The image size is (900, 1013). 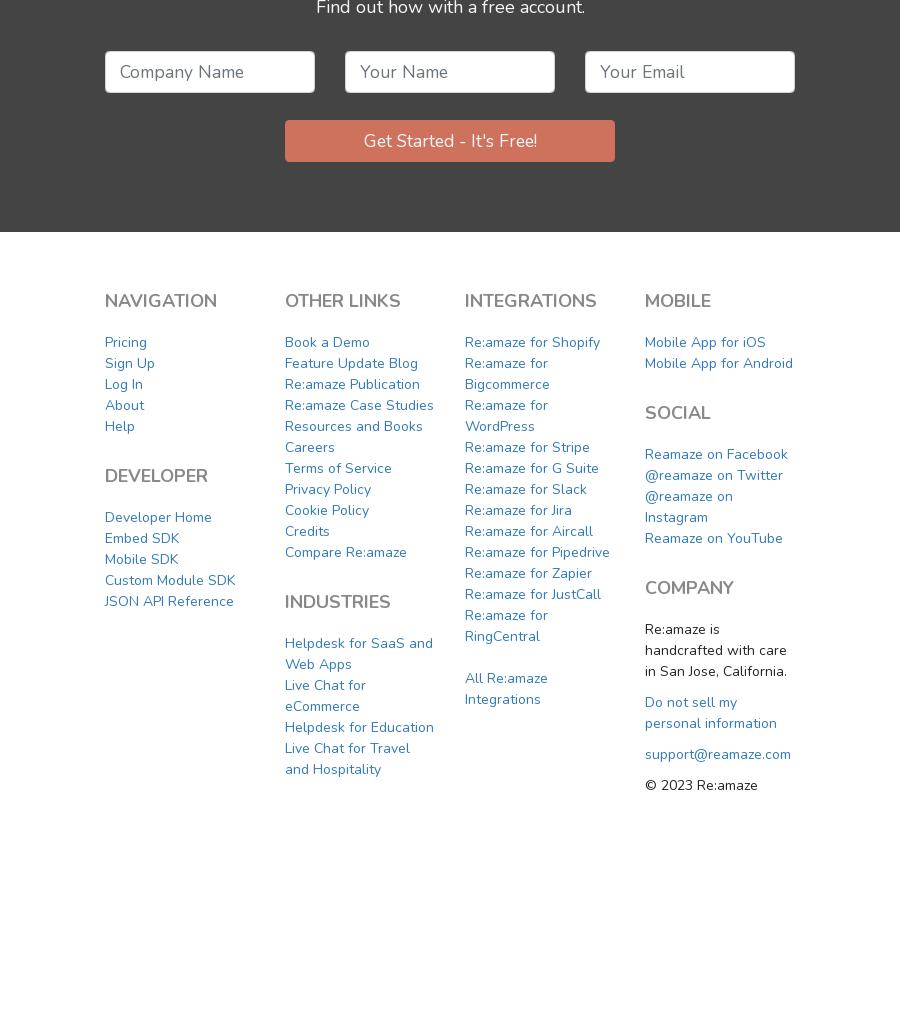 I want to click on 'Mobile App for Android', so click(x=718, y=362).